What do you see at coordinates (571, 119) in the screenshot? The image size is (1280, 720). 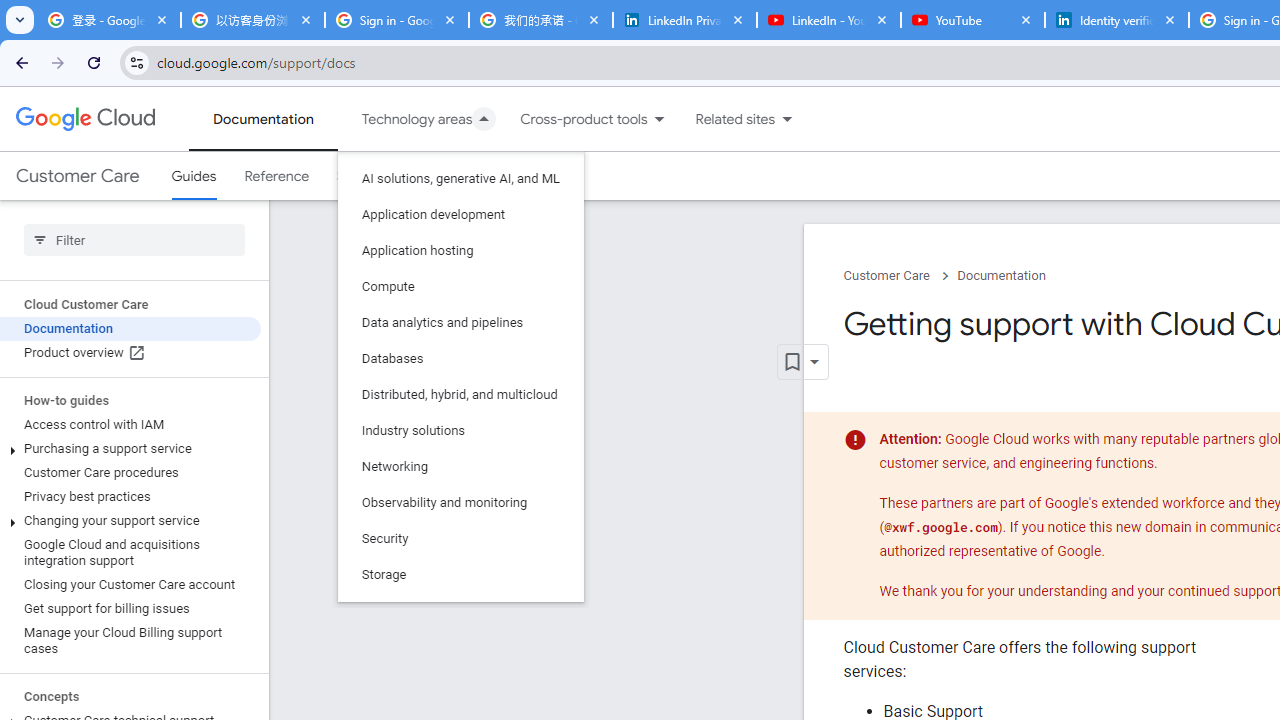 I see `'Cross-product tools'` at bounding box center [571, 119].